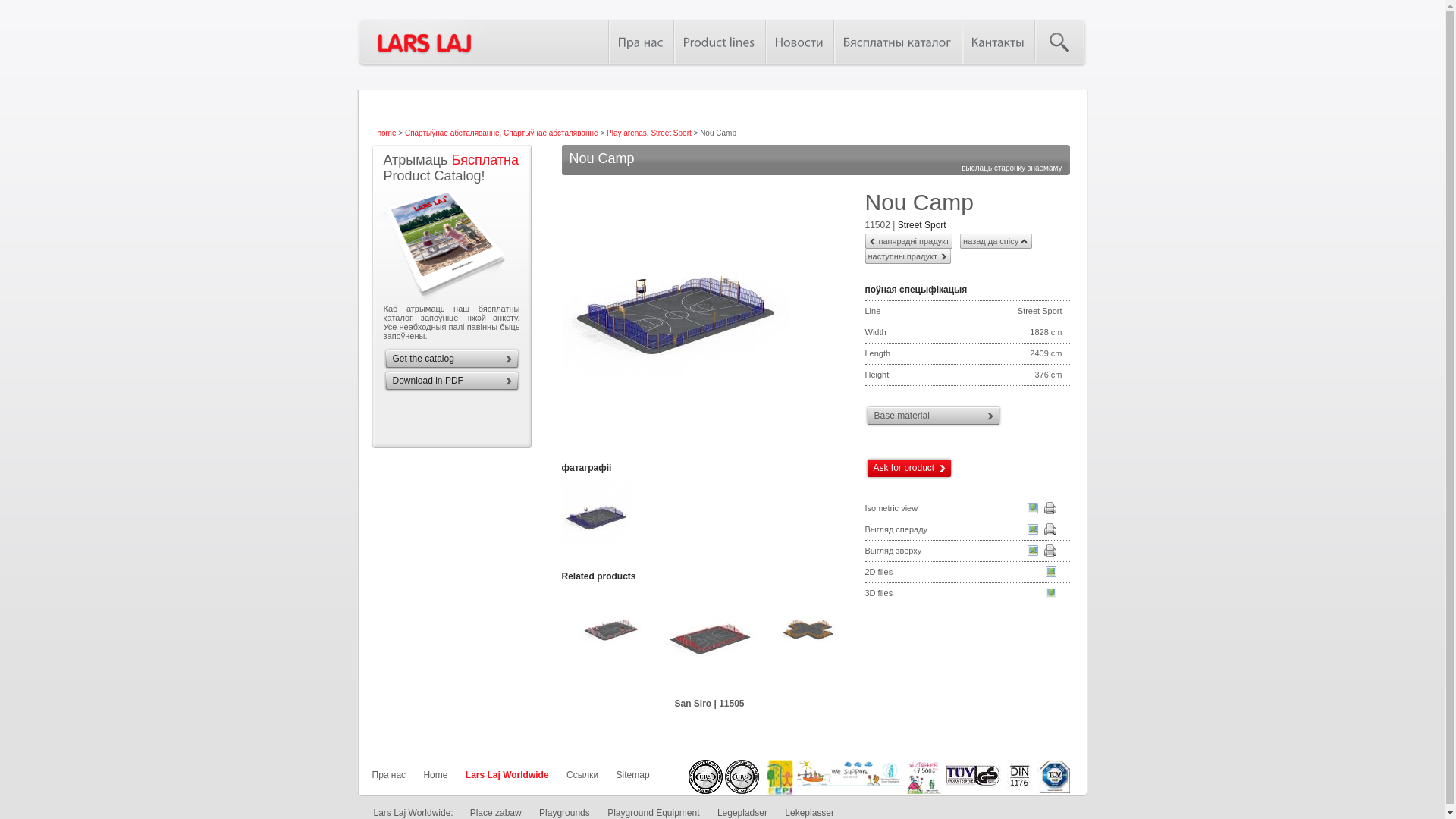 The image size is (1456, 819). What do you see at coordinates (387, 132) in the screenshot?
I see `'home'` at bounding box center [387, 132].